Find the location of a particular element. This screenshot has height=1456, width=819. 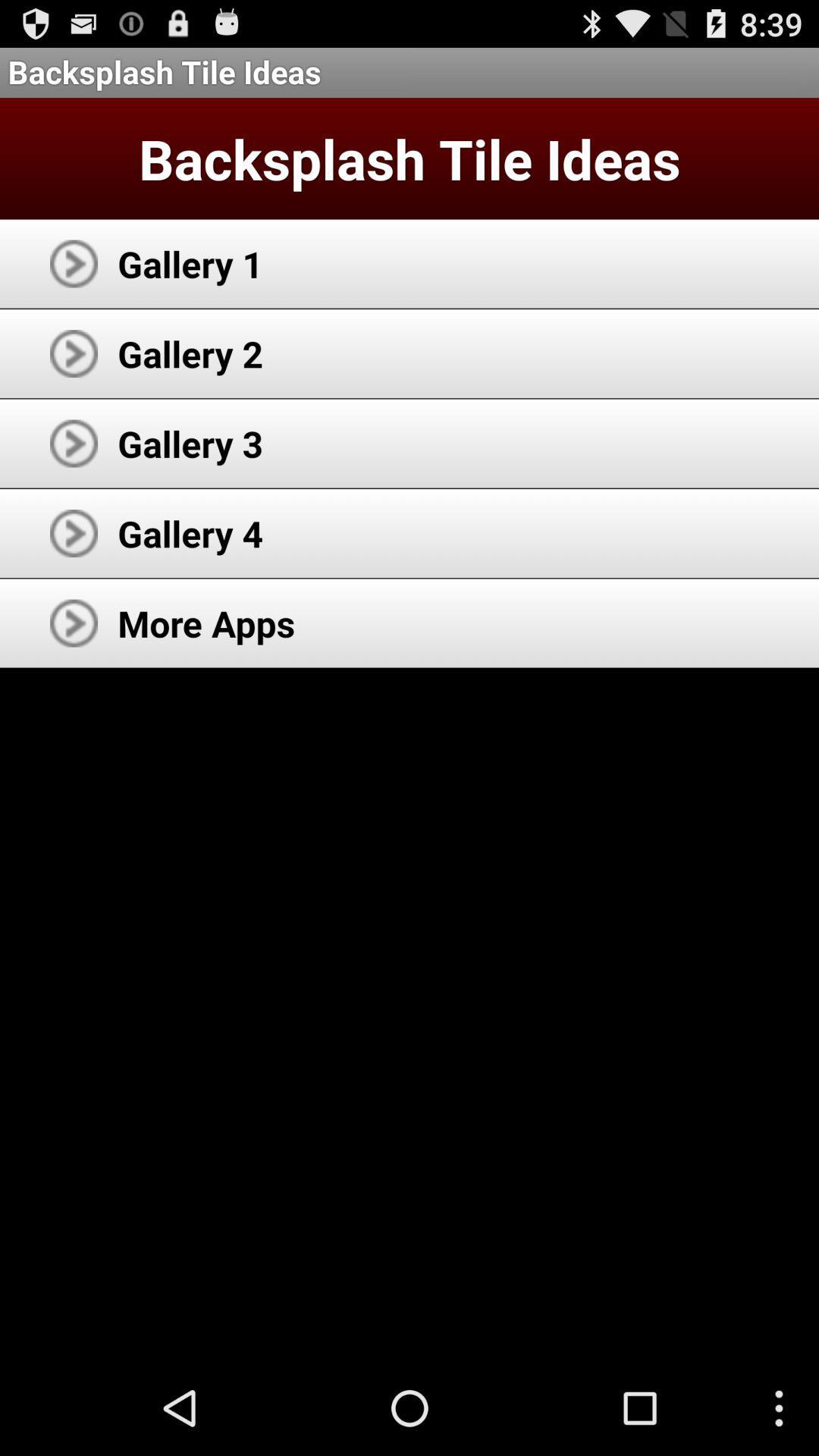

icon below the gallery 1 is located at coordinates (190, 353).